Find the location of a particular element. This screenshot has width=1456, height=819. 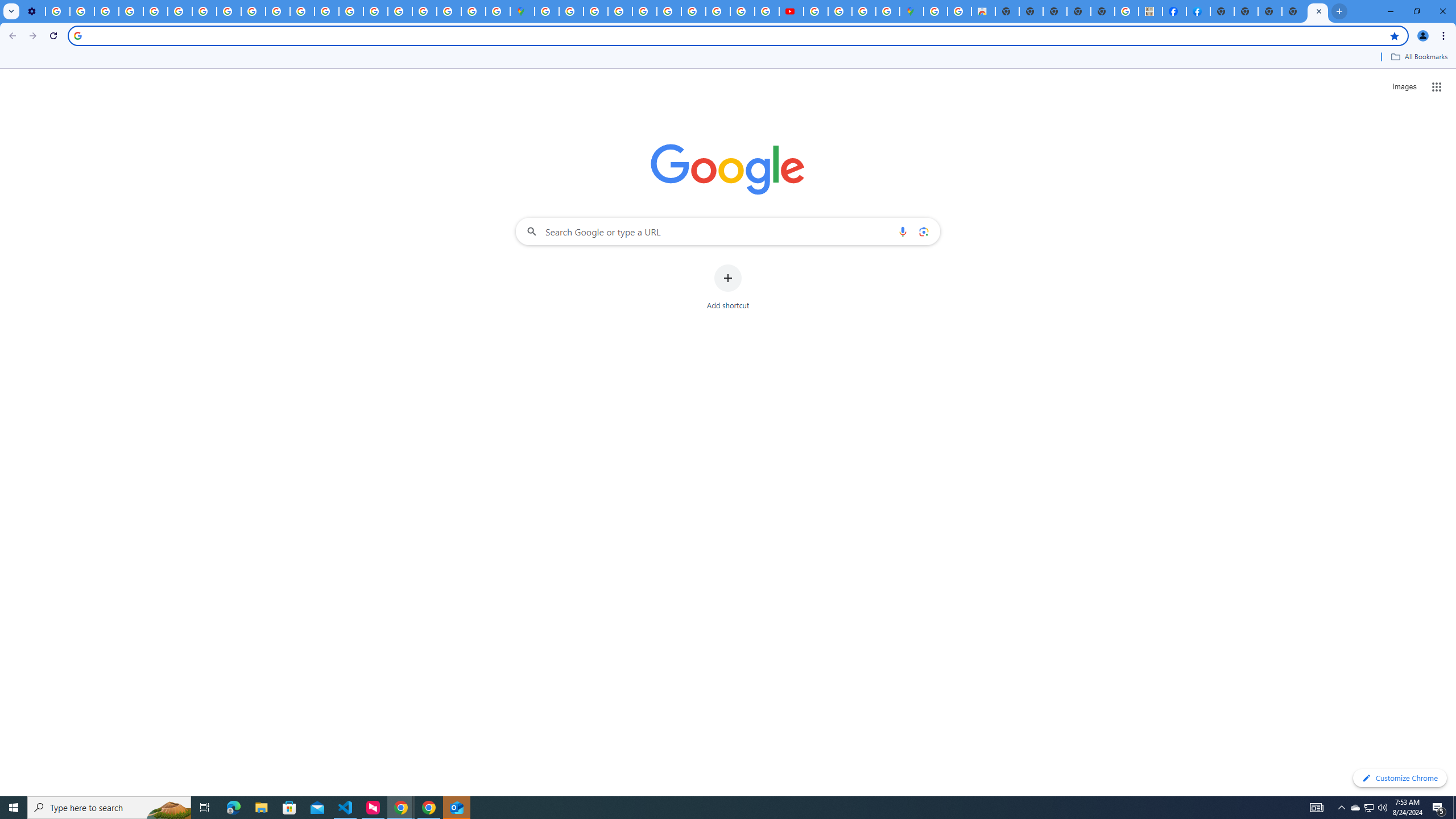

'Delete photos & videos - Computer - Google Photos Help' is located at coordinates (57, 11).